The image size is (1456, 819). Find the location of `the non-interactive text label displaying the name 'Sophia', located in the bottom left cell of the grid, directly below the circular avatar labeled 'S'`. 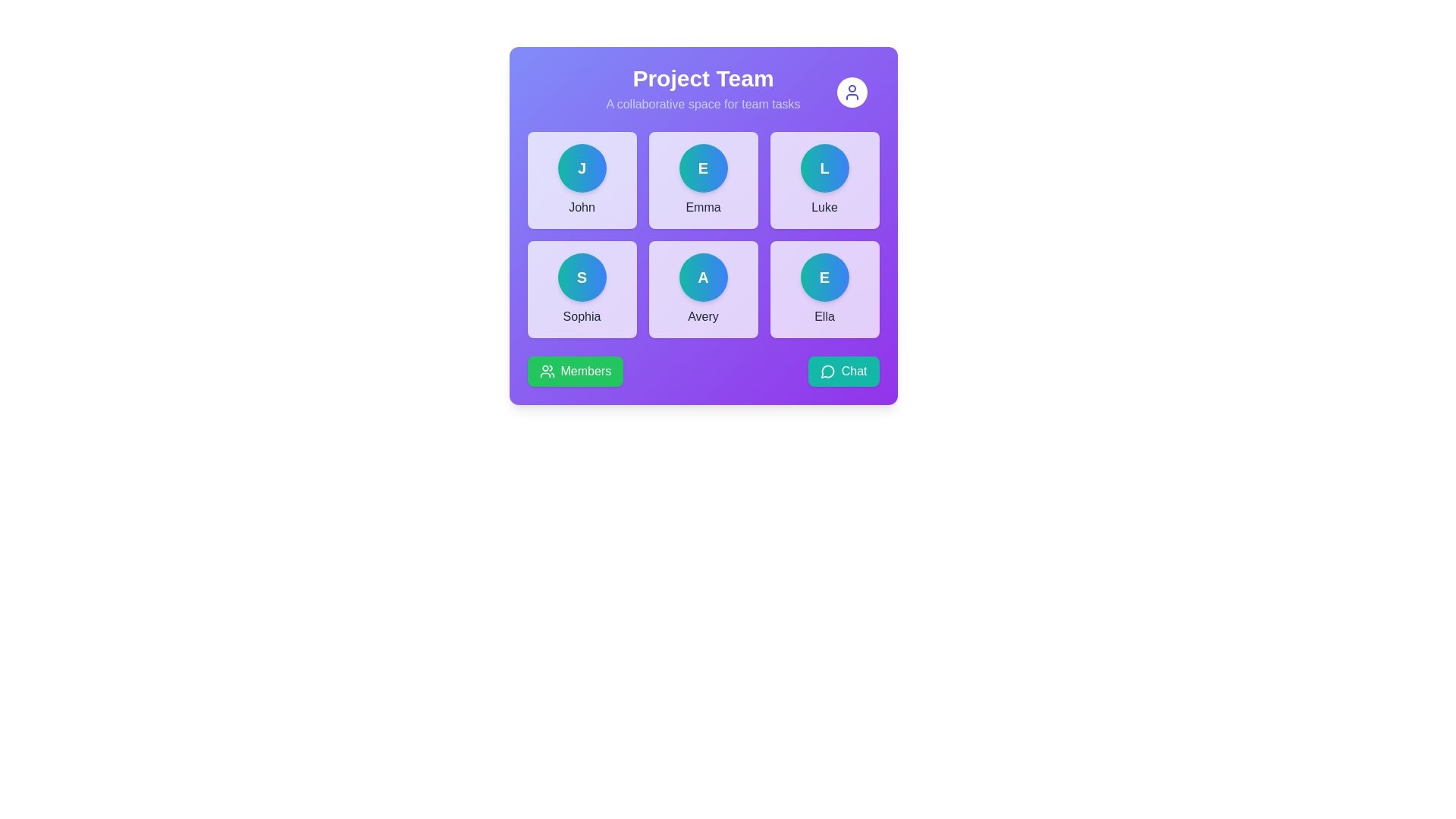

the non-interactive text label displaying the name 'Sophia', located in the bottom left cell of the grid, directly below the circular avatar labeled 'S' is located at coordinates (581, 315).